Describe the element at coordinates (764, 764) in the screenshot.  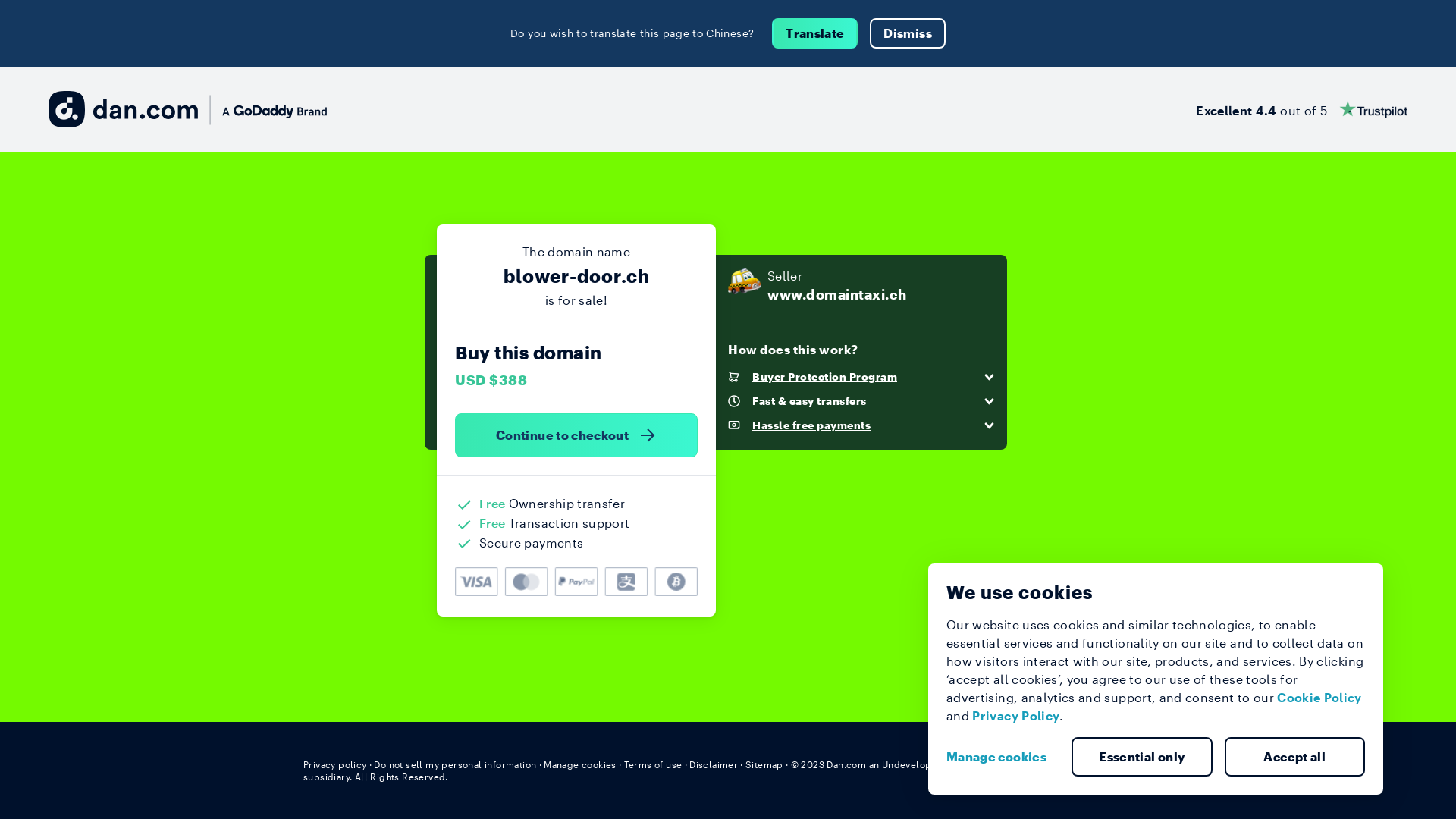
I see `'Sitemap'` at that location.